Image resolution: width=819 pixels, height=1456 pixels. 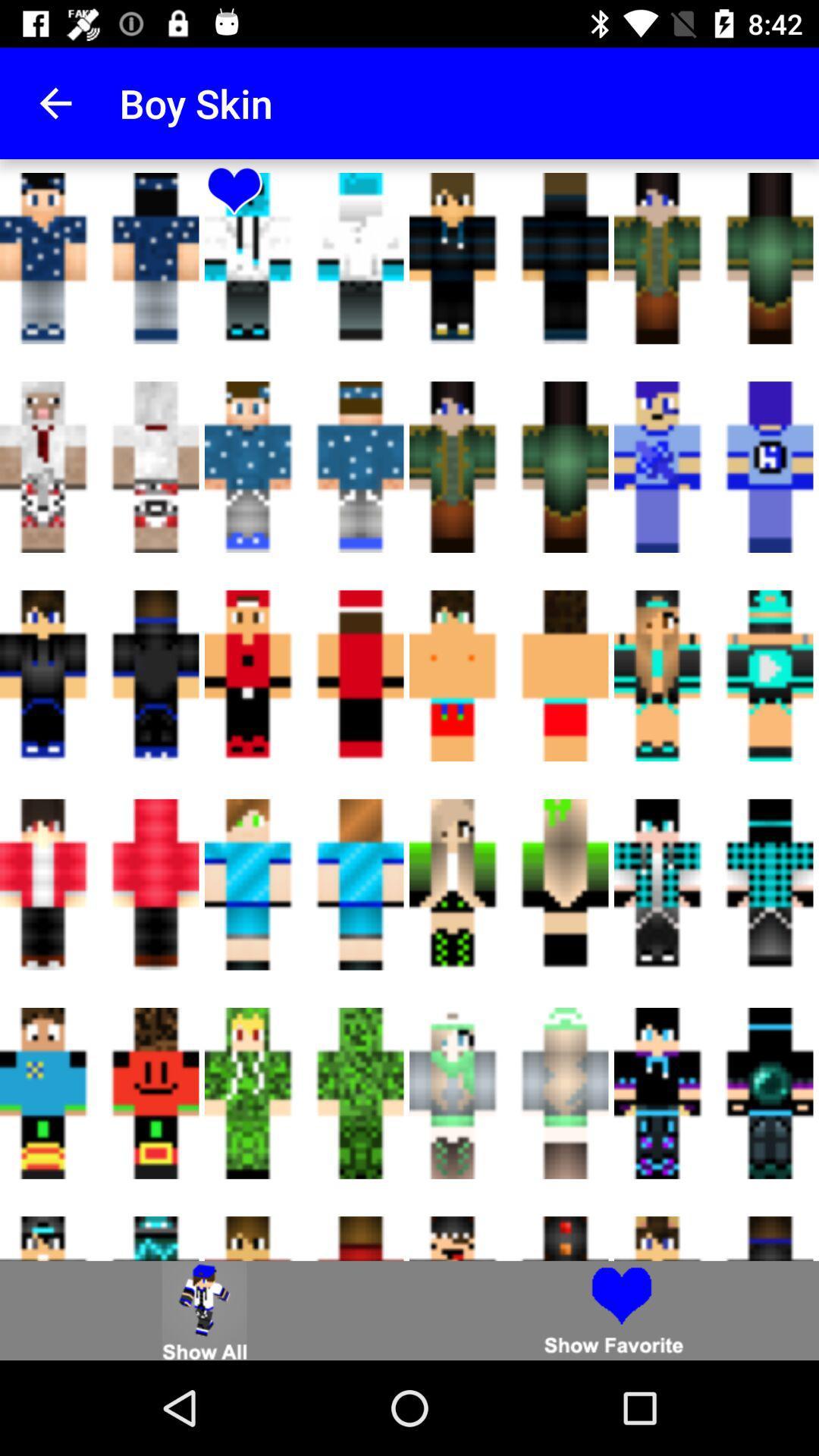 I want to click on third skin from top left of the page, so click(x=714, y=259).